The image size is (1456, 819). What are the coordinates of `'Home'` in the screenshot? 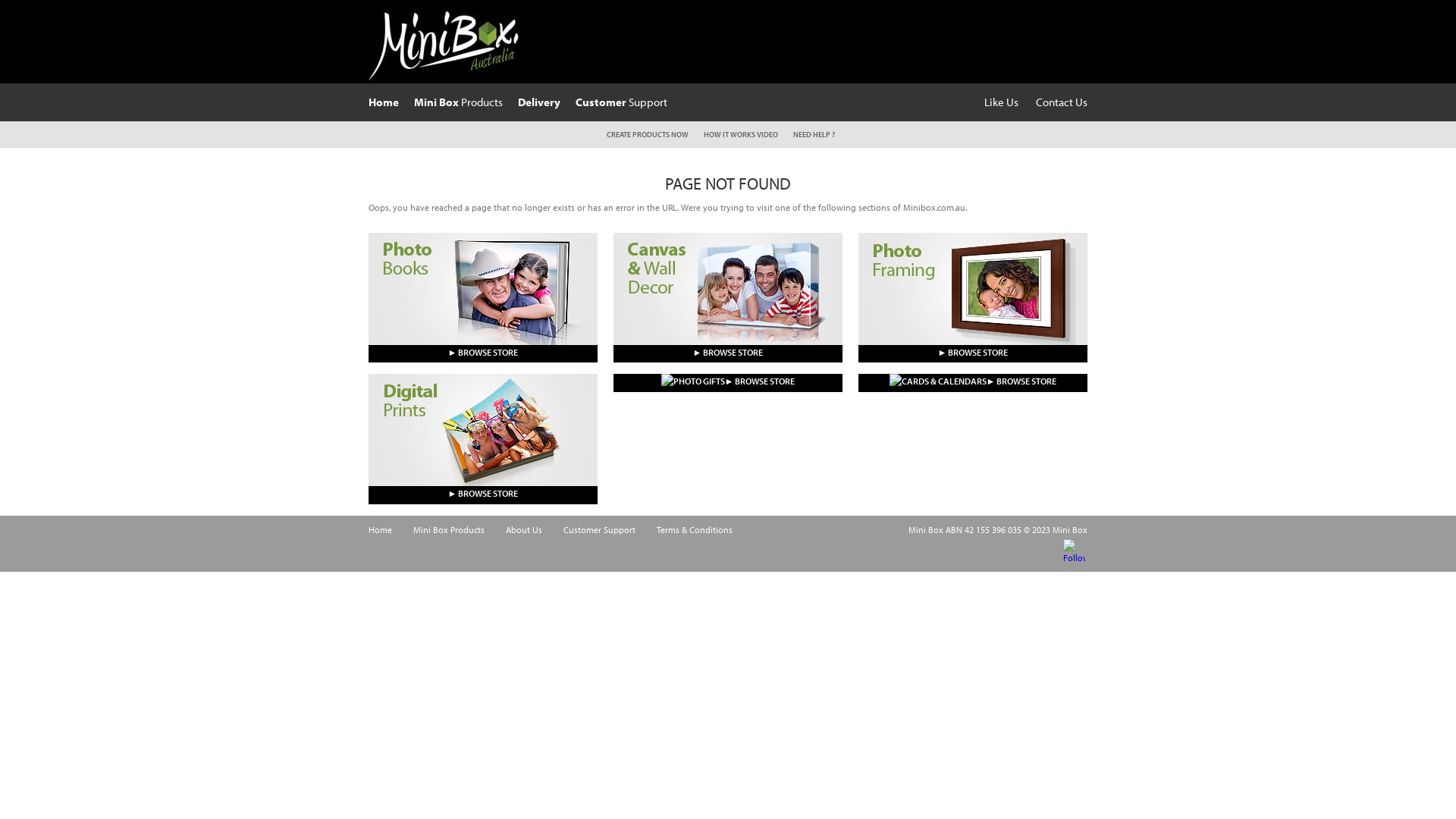 It's located at (380, 529).